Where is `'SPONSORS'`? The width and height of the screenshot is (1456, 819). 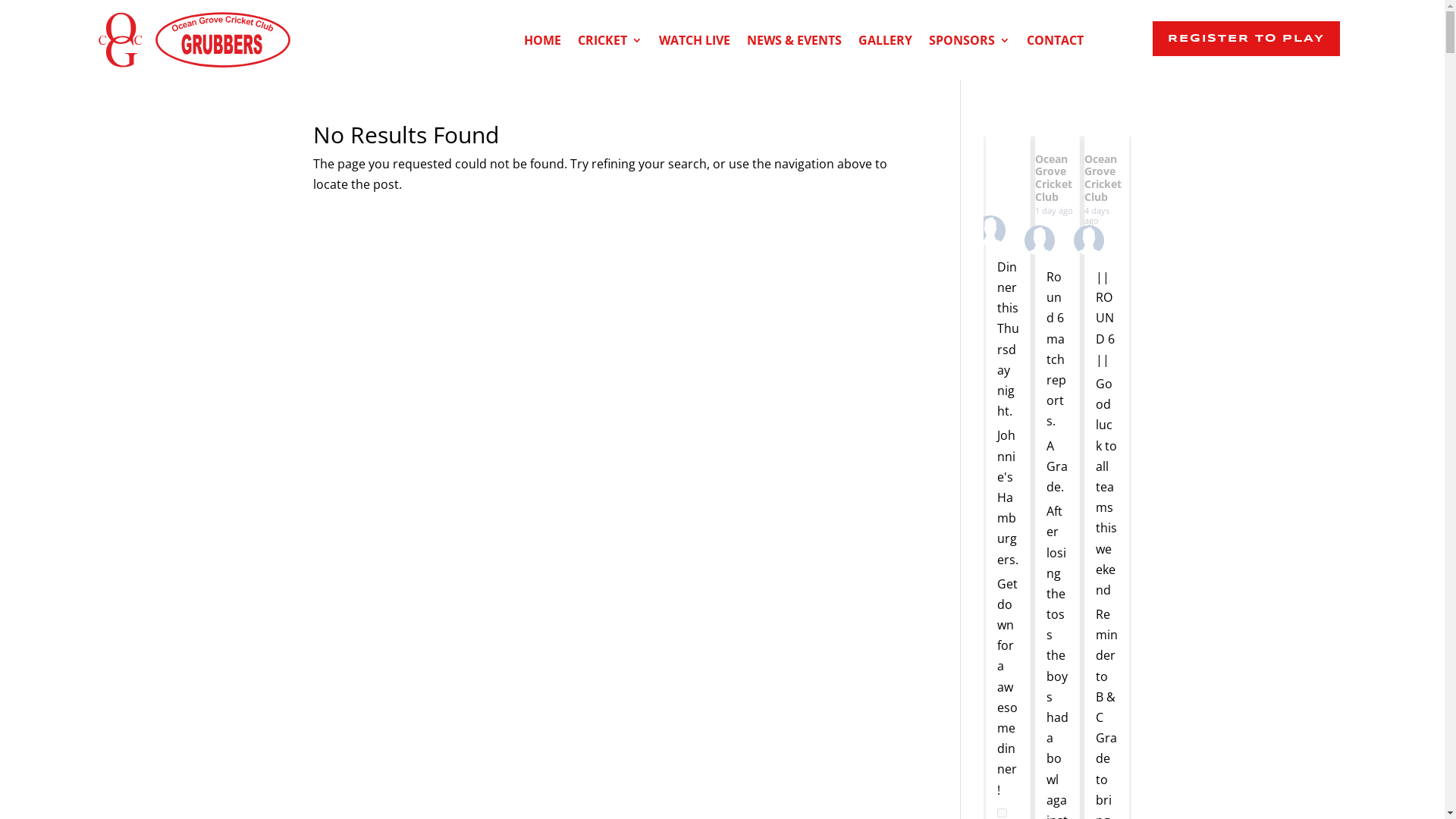 'SPONSORS' is located at coordinates (968, 42).